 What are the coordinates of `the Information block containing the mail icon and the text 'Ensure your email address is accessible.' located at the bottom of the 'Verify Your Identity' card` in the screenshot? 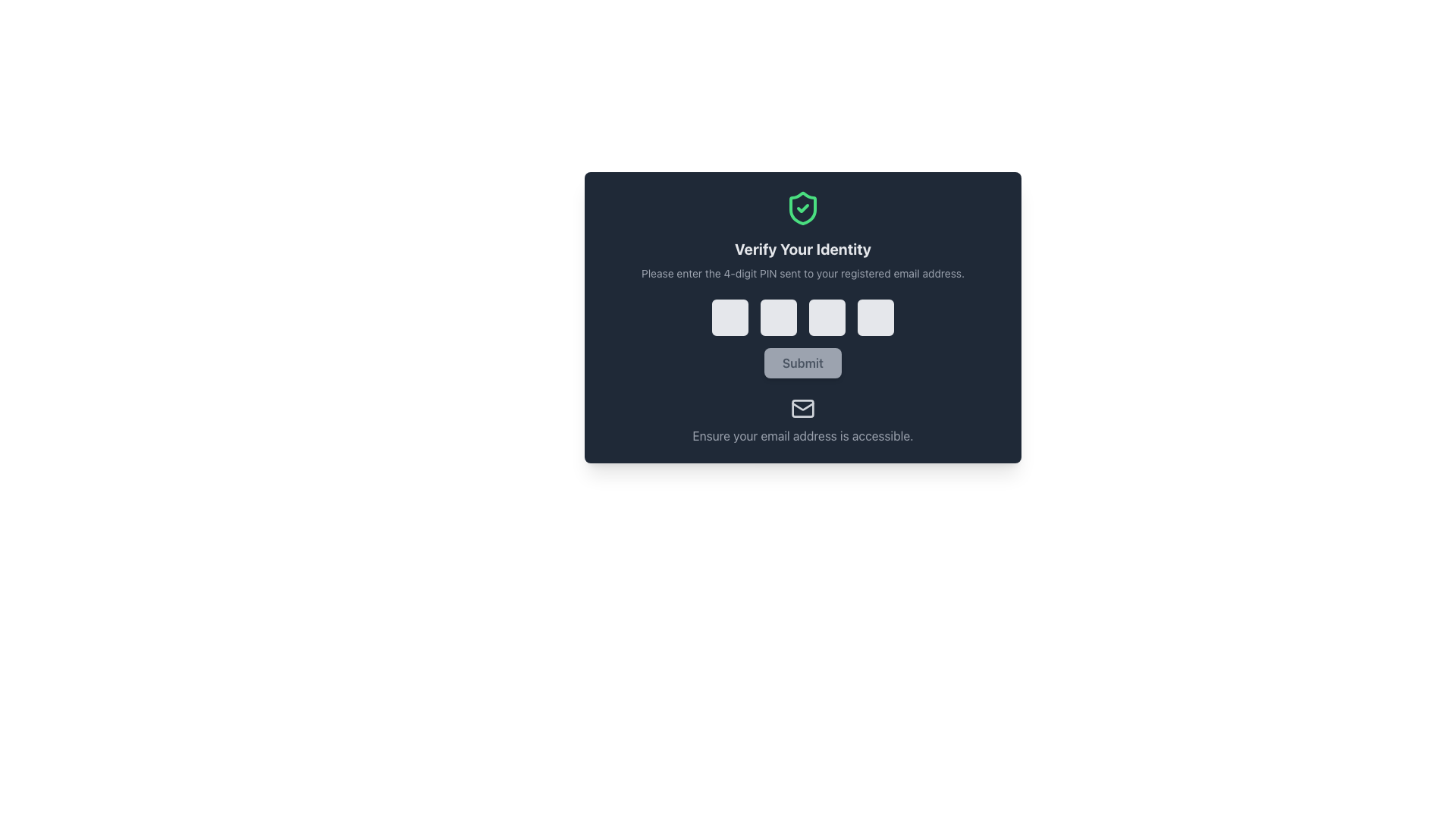 It's located at (802, 421).